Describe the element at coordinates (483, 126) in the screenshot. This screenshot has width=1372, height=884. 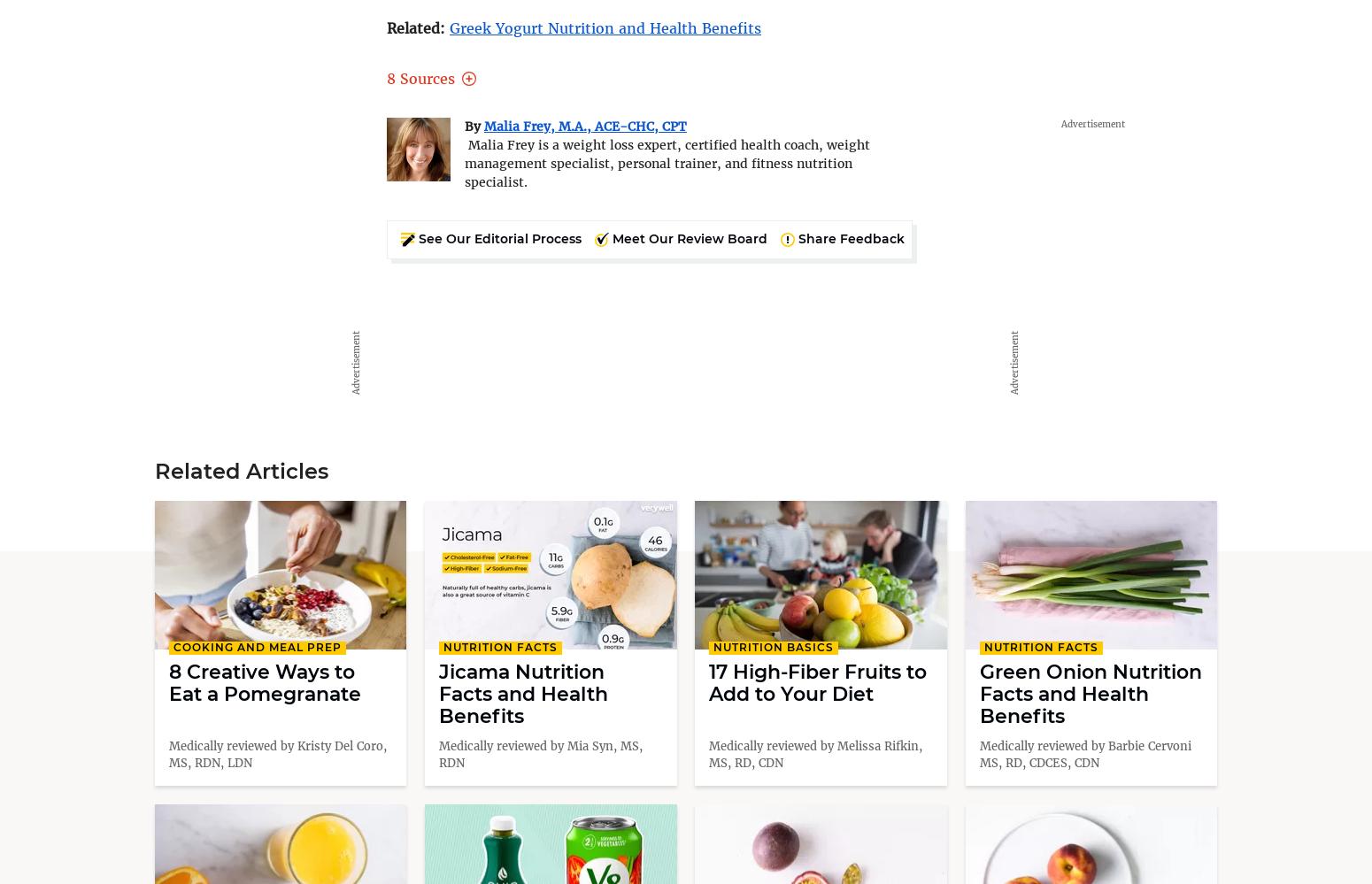
I see `'Malia Frey, M.A., ACE-CHC, CPT'` at that location.